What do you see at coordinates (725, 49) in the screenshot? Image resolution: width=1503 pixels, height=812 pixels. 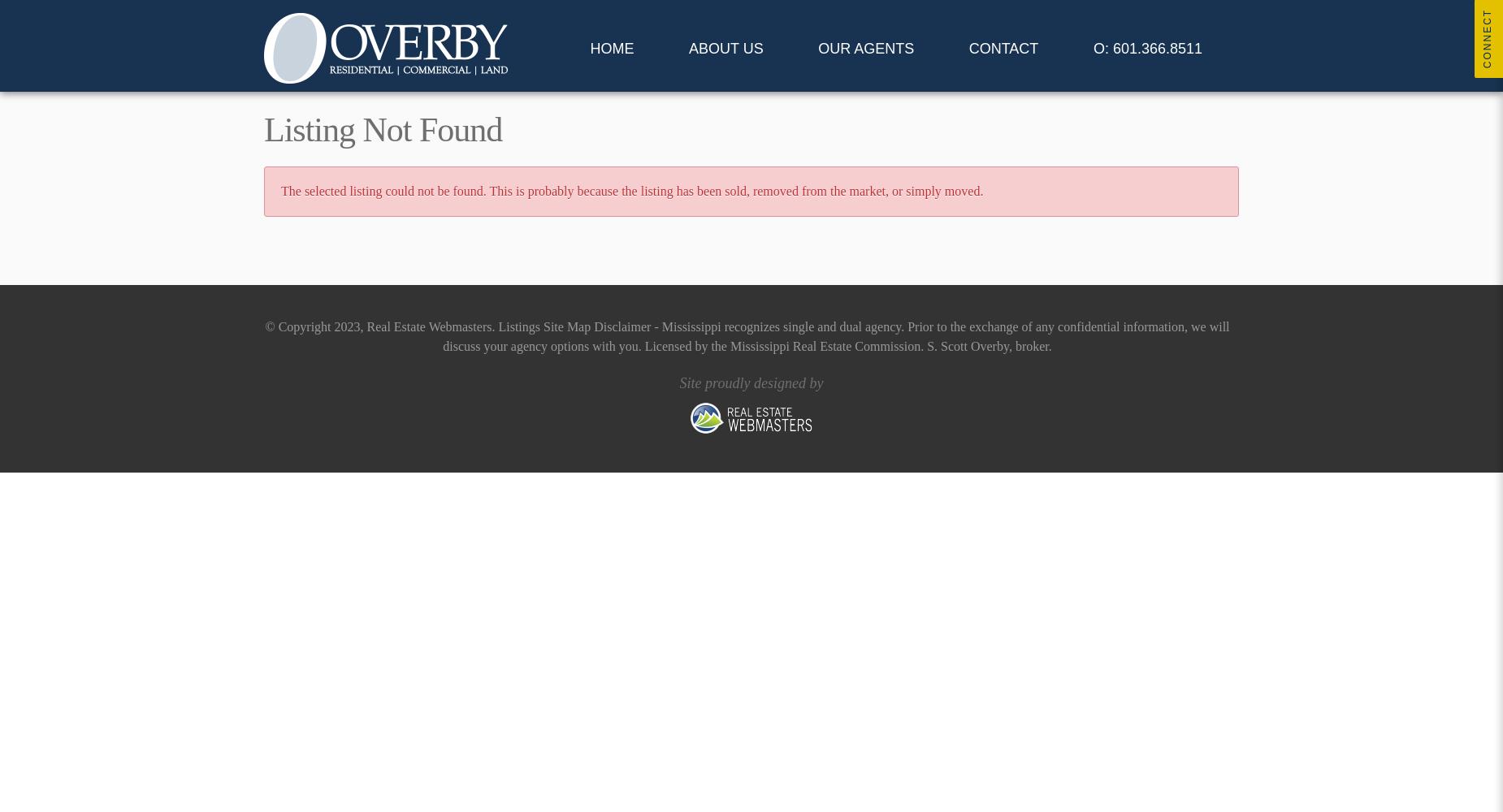 I see `'About Us'` at bounding box center [725, 49].